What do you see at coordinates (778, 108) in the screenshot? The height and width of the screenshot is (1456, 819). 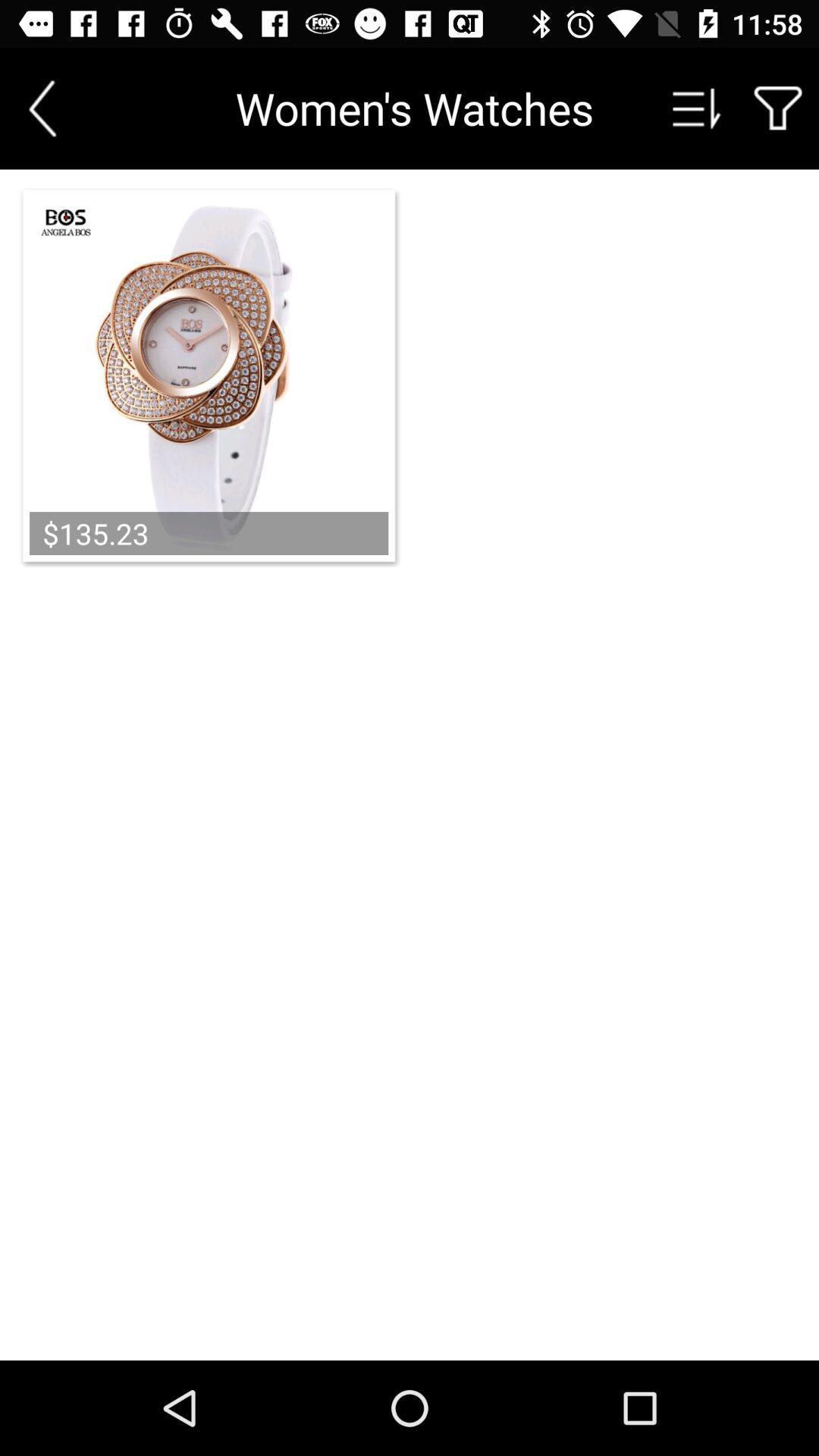 I see `the filter icon` at bounding box center [778, 108].